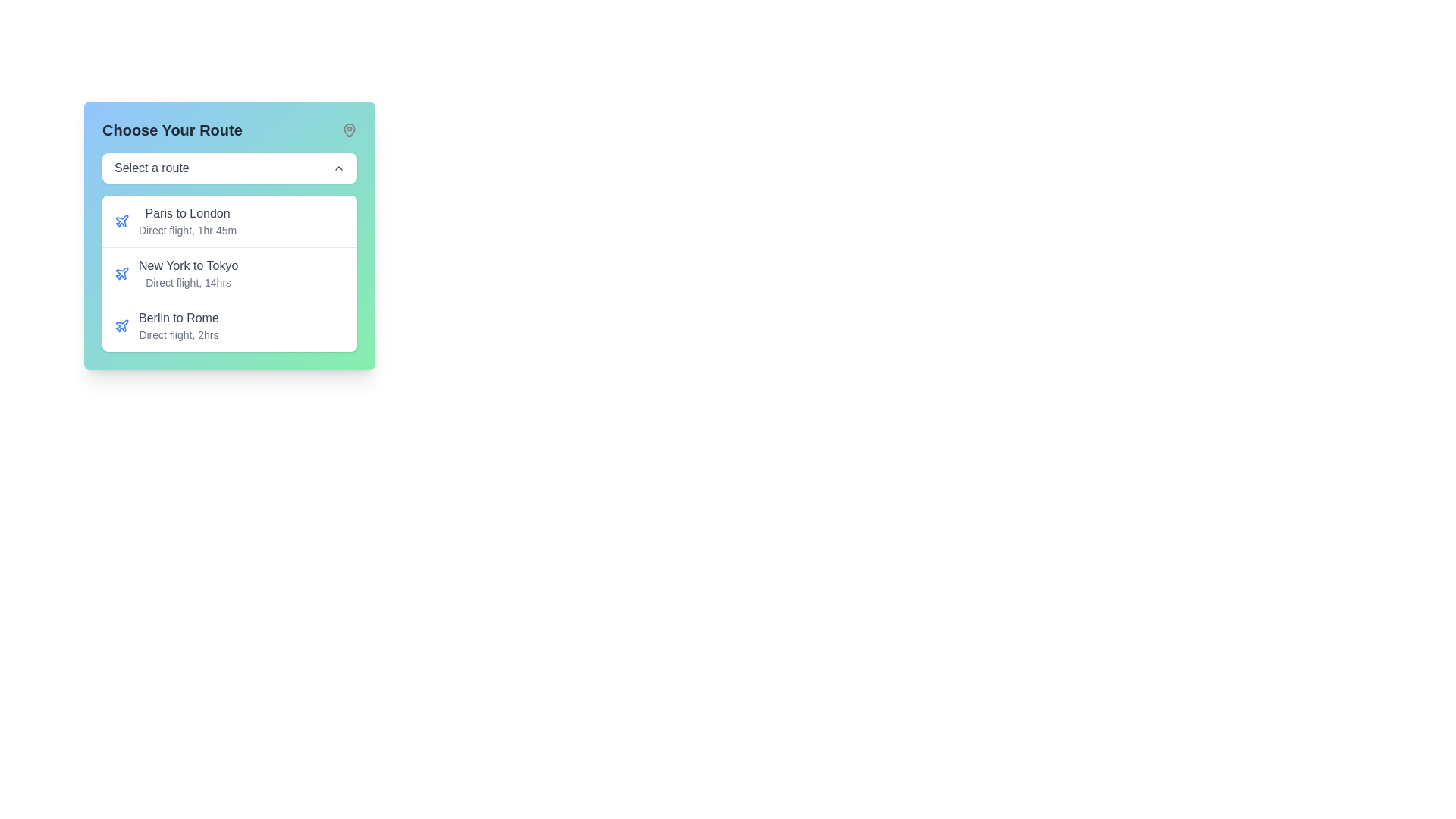 This screenshot has height=819, width=1456. What do you see at coordinates (176, 274) in the screenshot?
I see `the selectable route option that informs the user about a direct flight from New York to Tokyo, lasting 14 hours` at bounding box center [176, 274].